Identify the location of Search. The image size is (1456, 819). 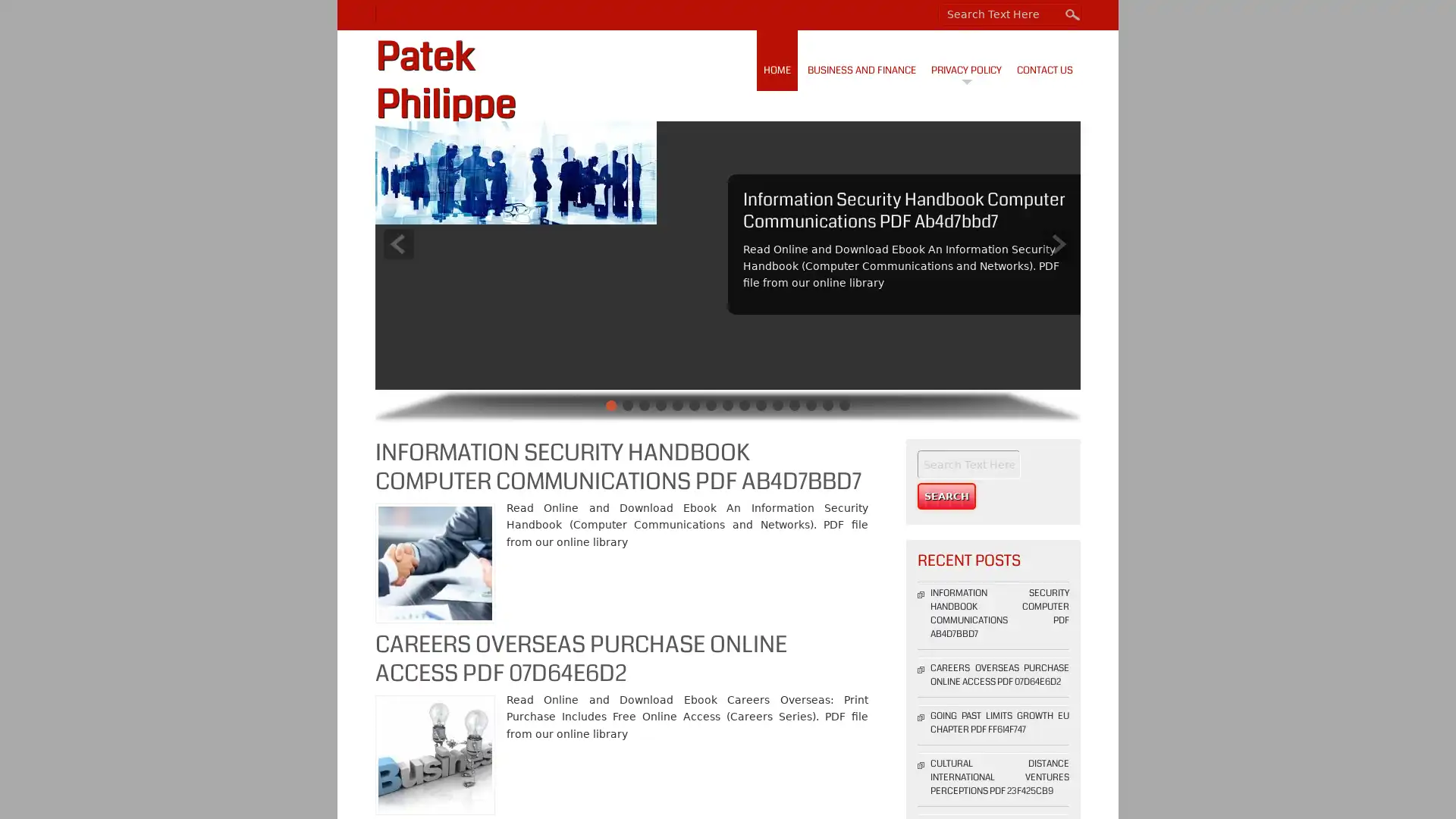
(946, 496).